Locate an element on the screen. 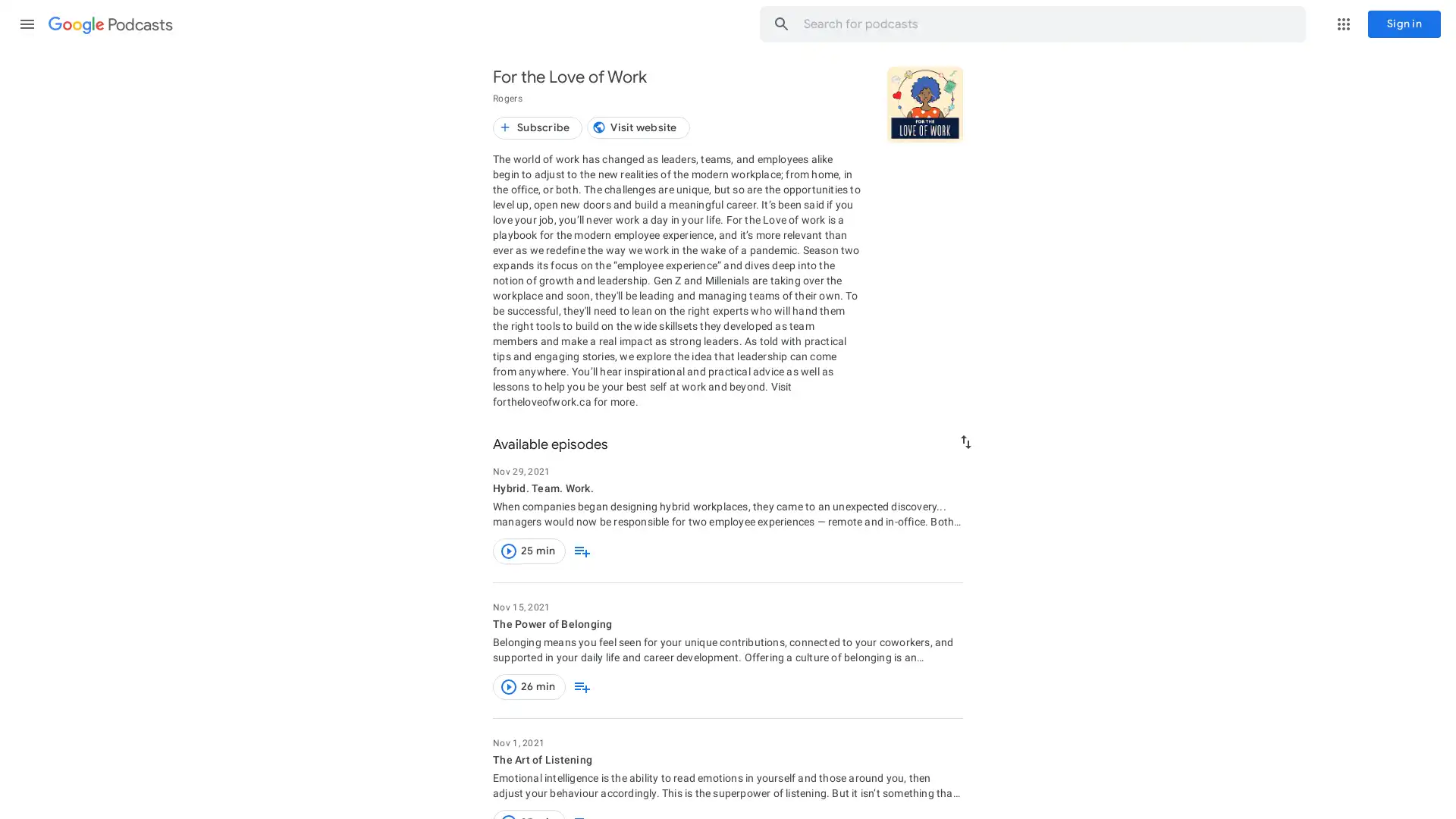 Image resolution: width=1456 pixels, height=819 pixels. Google apps is located at coordinates (1343, 24).